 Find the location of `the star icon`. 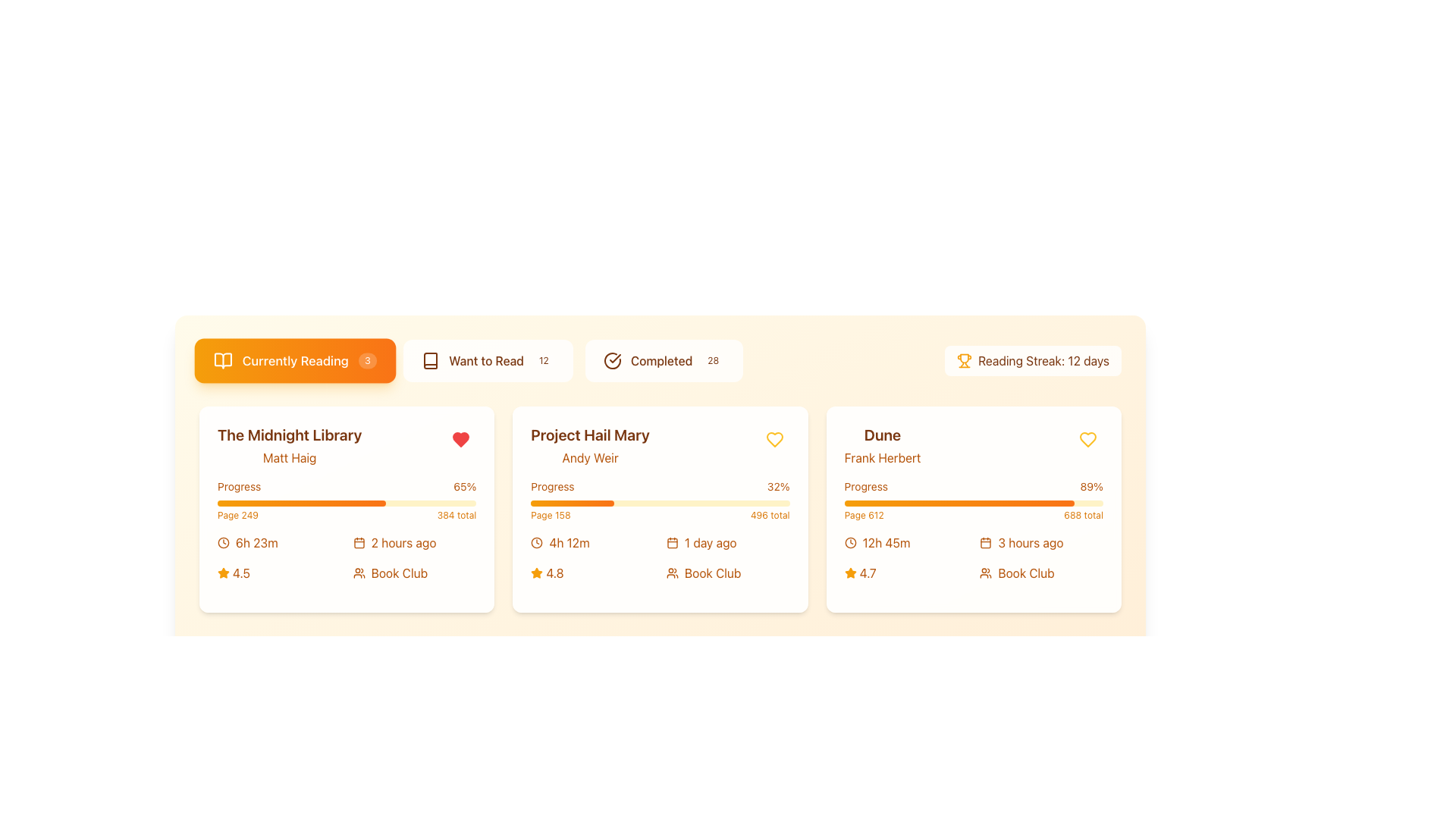

the star icon is located at coordinates (850, 573).